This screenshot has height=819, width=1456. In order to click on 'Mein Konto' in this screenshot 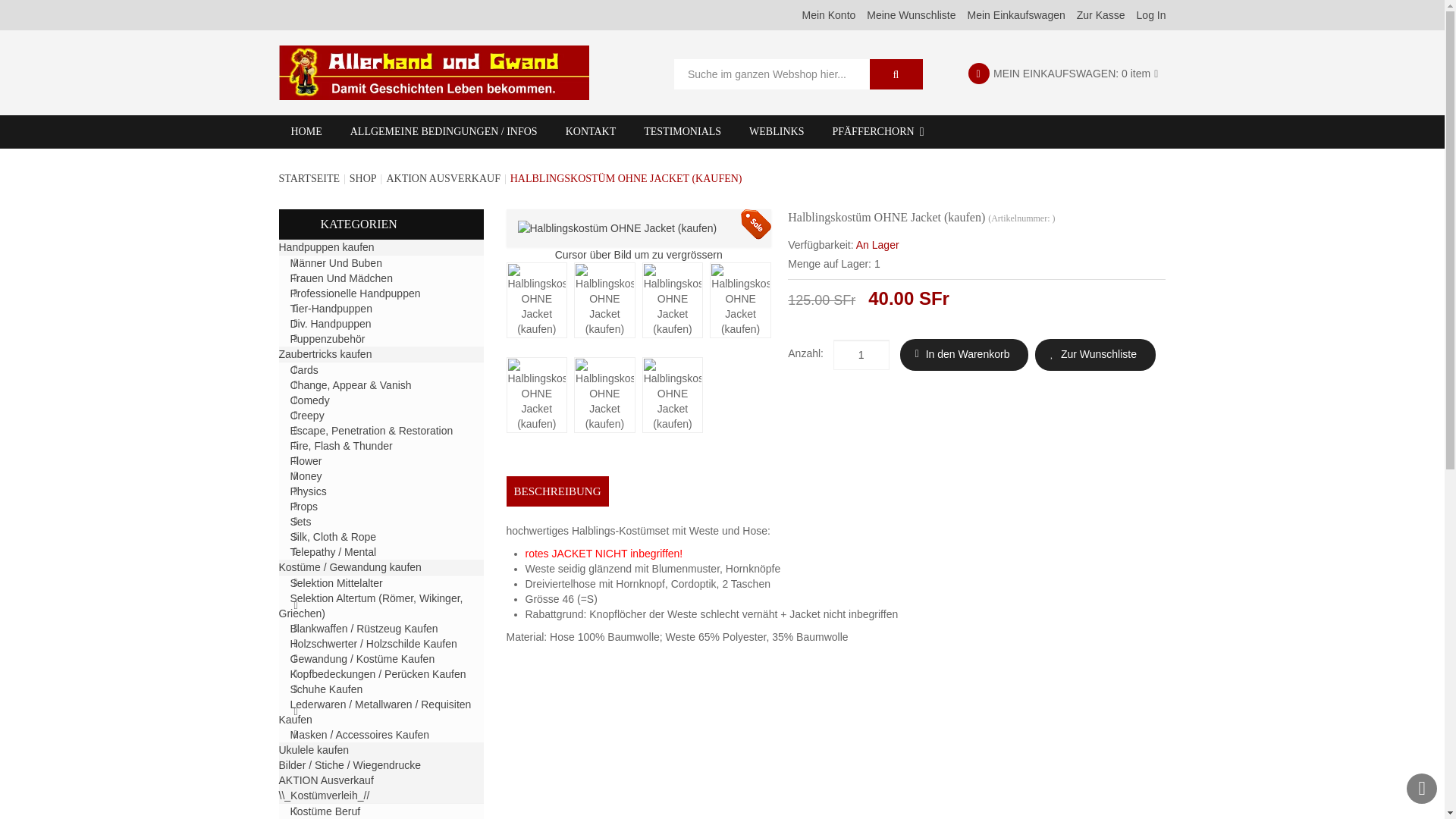, I will do `click(827, 14)`.